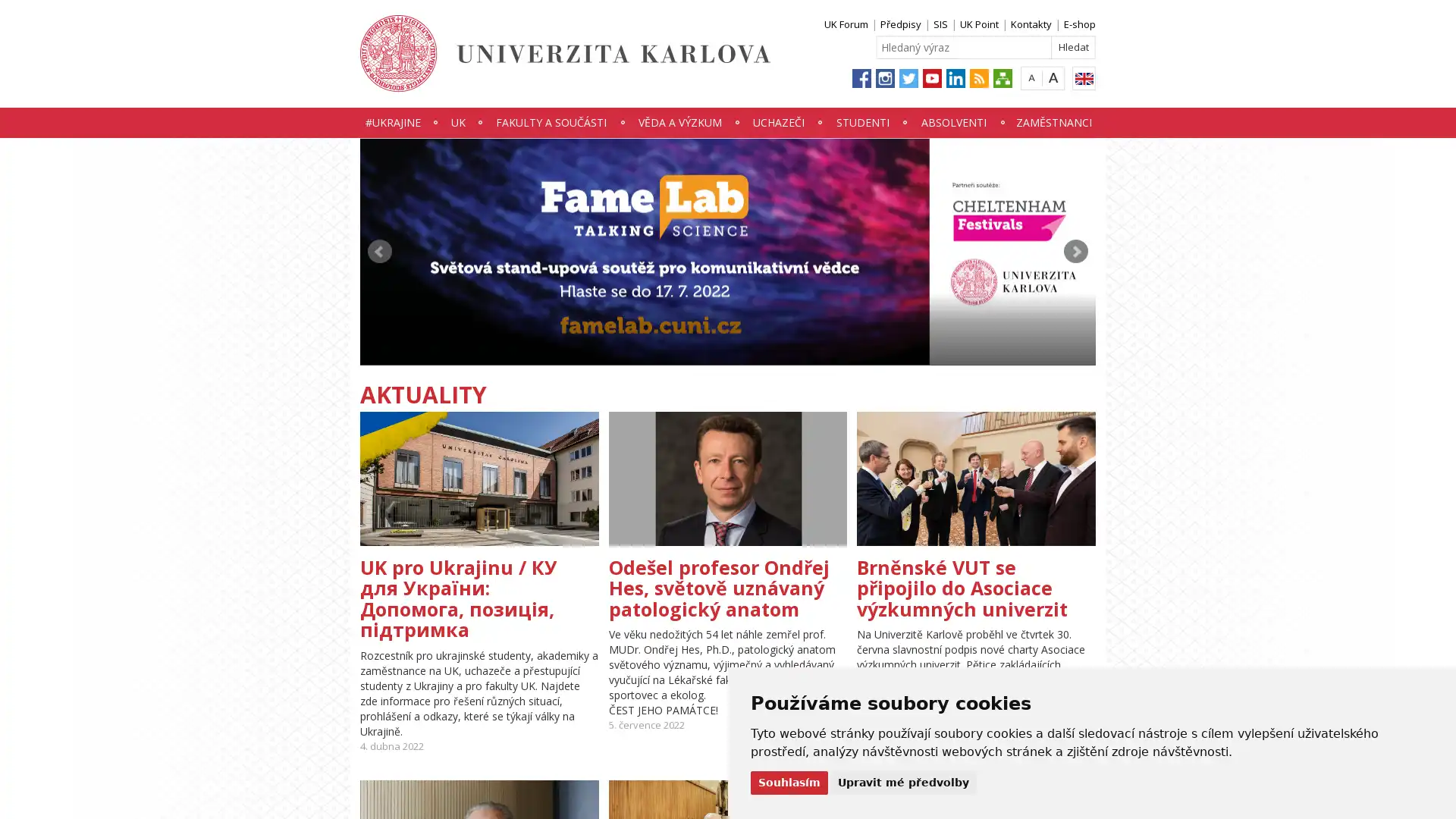 The width and height of the screenshot is (1456, 819). What do you see at coordinates (1072, 46) in the screenshot?
I see `Hledat` at bounding box center [1072, 46].